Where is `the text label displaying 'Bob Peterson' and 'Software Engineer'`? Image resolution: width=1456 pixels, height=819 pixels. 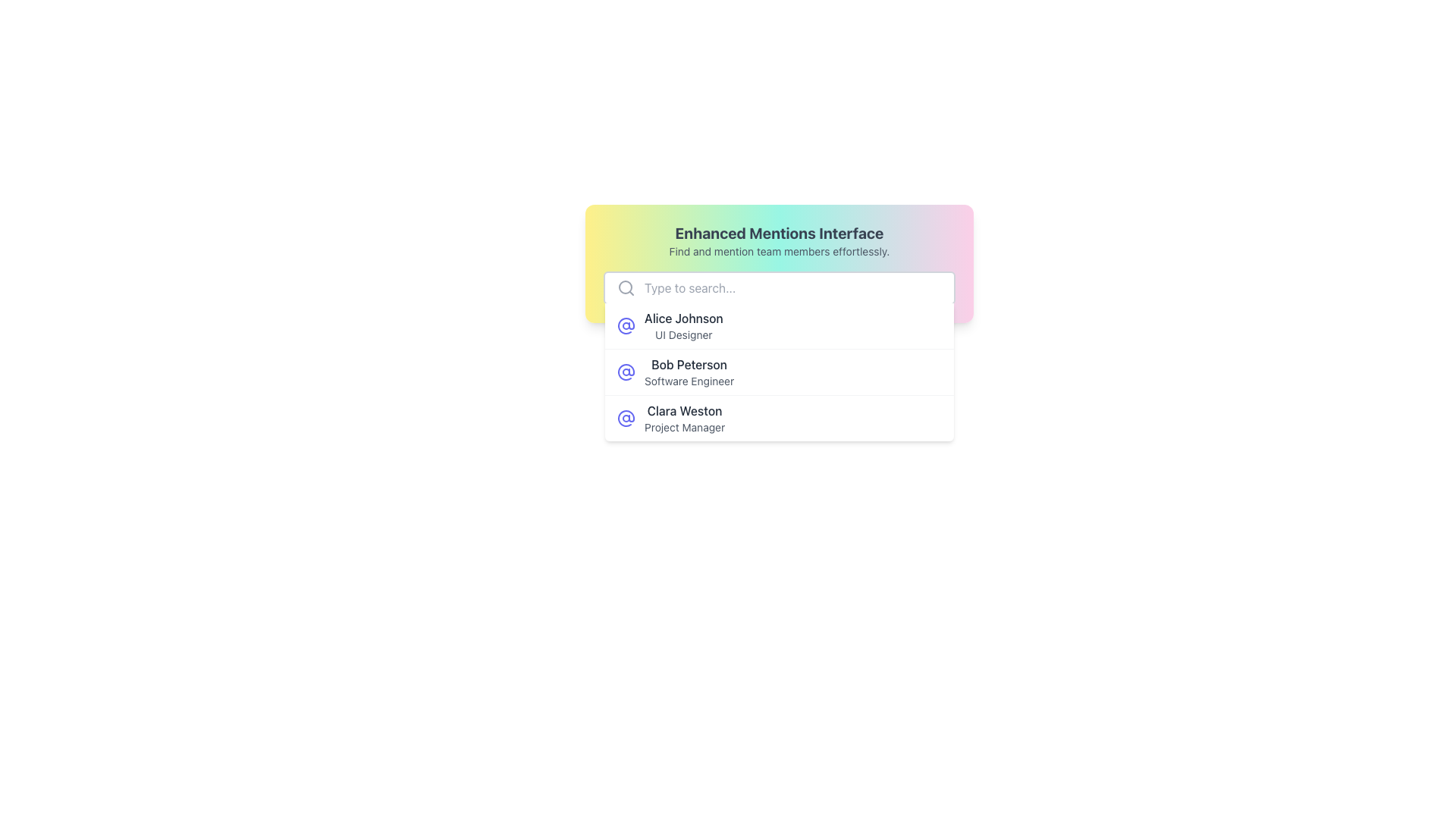 the text label displaying 'Bob Peterson' and 'Software Engineer' is located at coordinates (689, 372).